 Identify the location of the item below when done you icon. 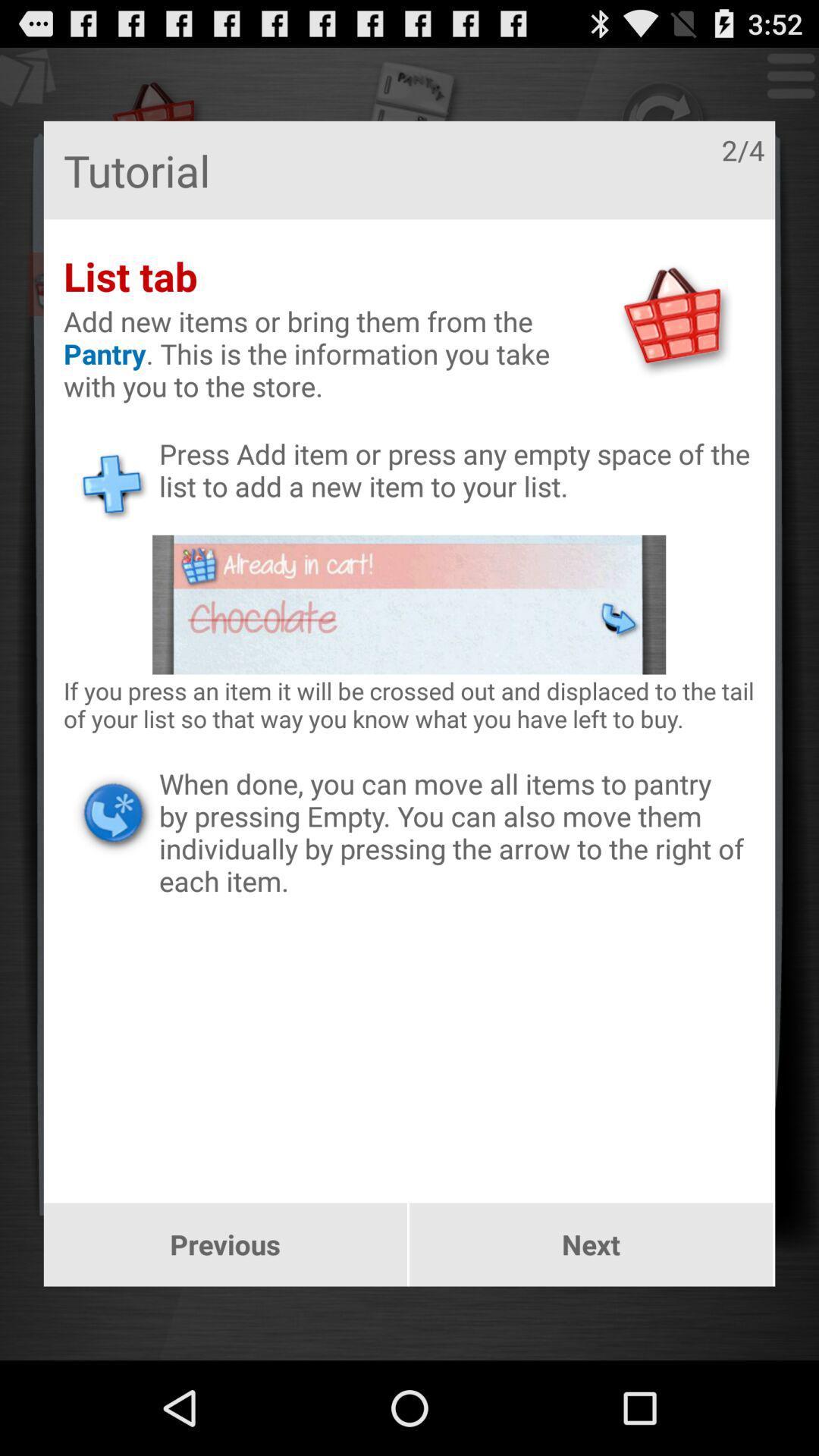
(225, 1244).